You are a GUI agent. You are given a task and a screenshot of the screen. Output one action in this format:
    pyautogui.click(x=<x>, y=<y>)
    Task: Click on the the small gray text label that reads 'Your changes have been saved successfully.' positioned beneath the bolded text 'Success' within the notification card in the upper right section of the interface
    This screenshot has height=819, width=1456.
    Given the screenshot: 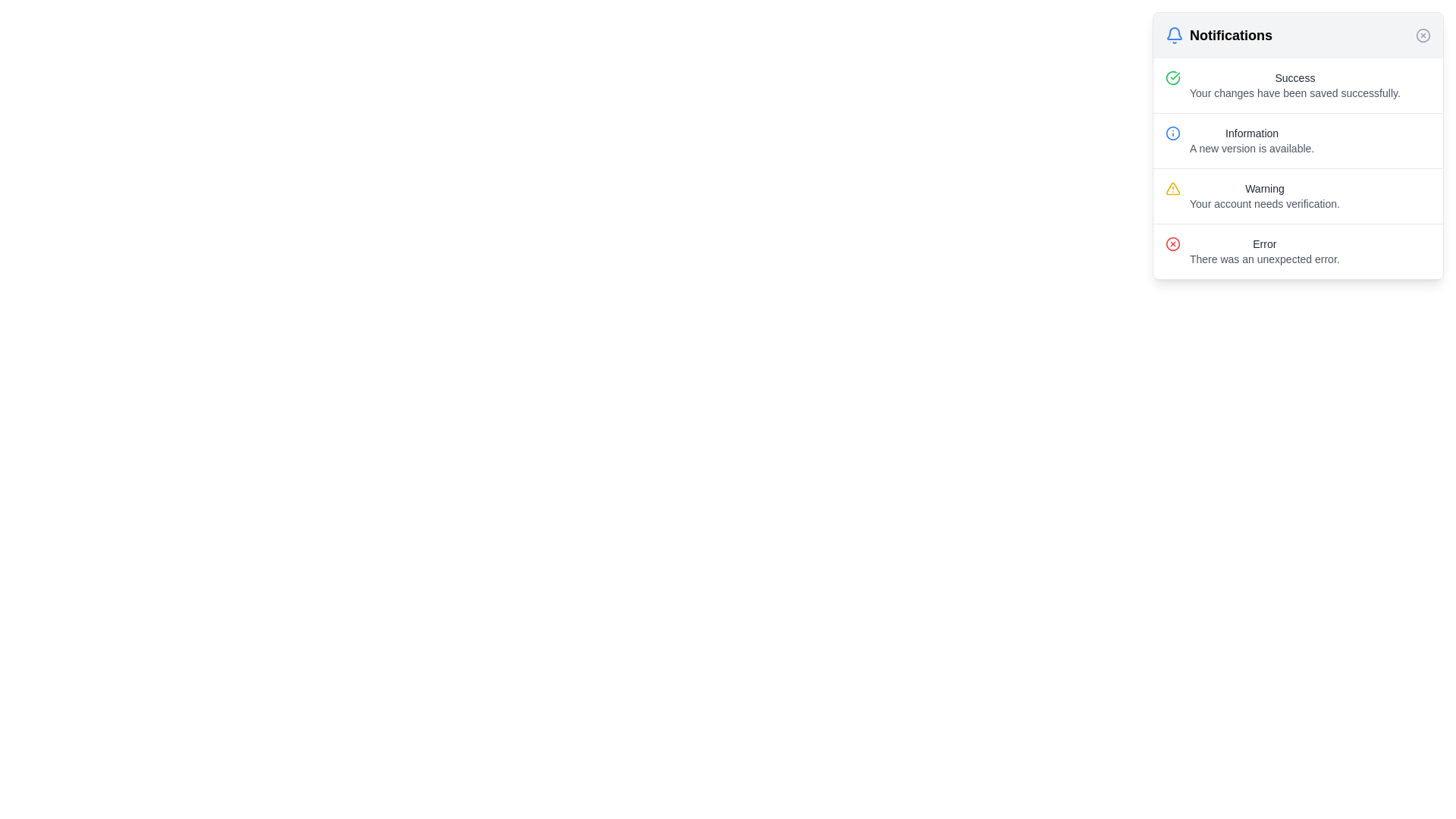 What is the action you would take?
    pyautogui.click(x=1294, y=93)
    